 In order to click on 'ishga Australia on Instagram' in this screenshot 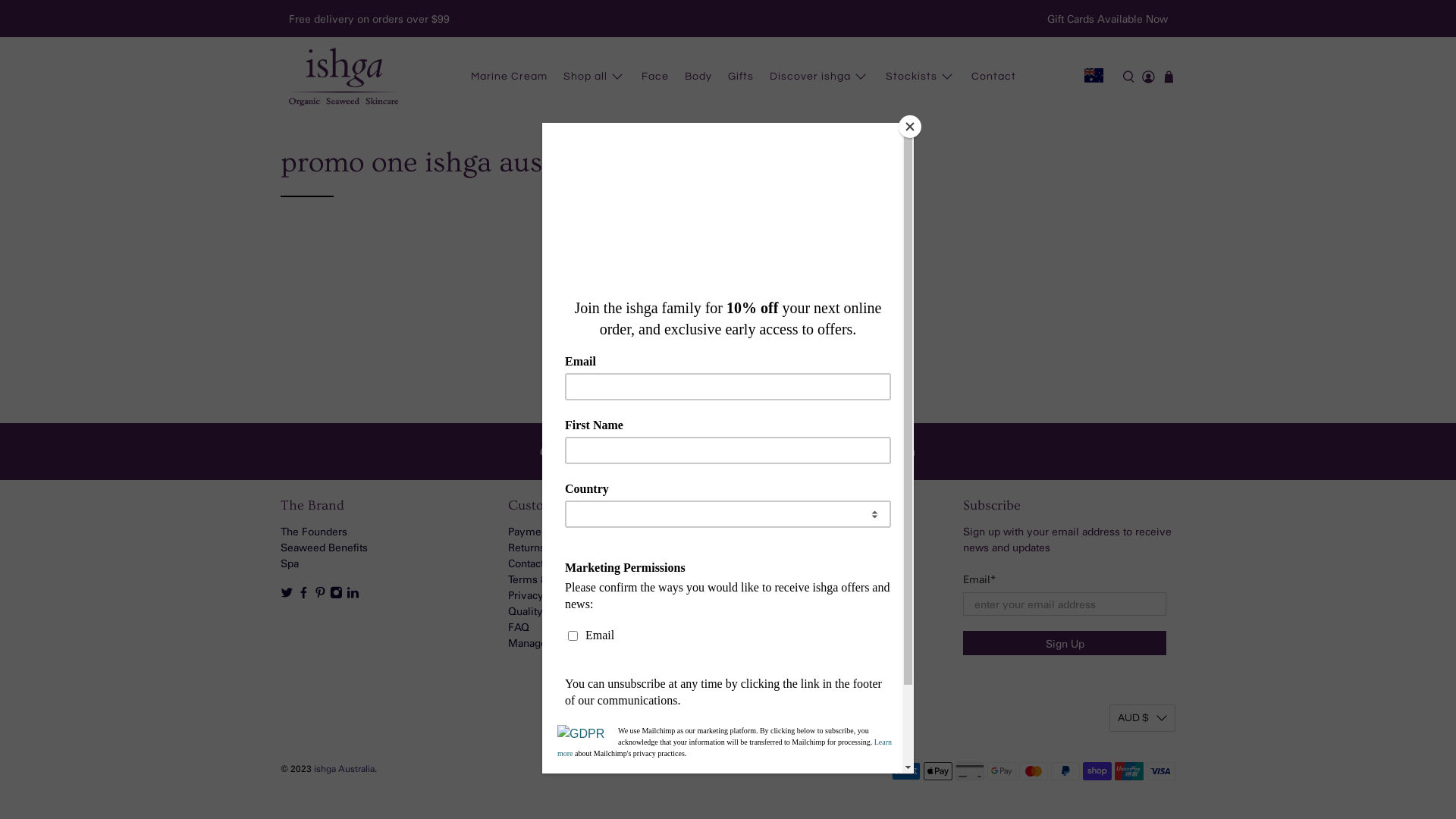, I will do `click(329, 594)`.